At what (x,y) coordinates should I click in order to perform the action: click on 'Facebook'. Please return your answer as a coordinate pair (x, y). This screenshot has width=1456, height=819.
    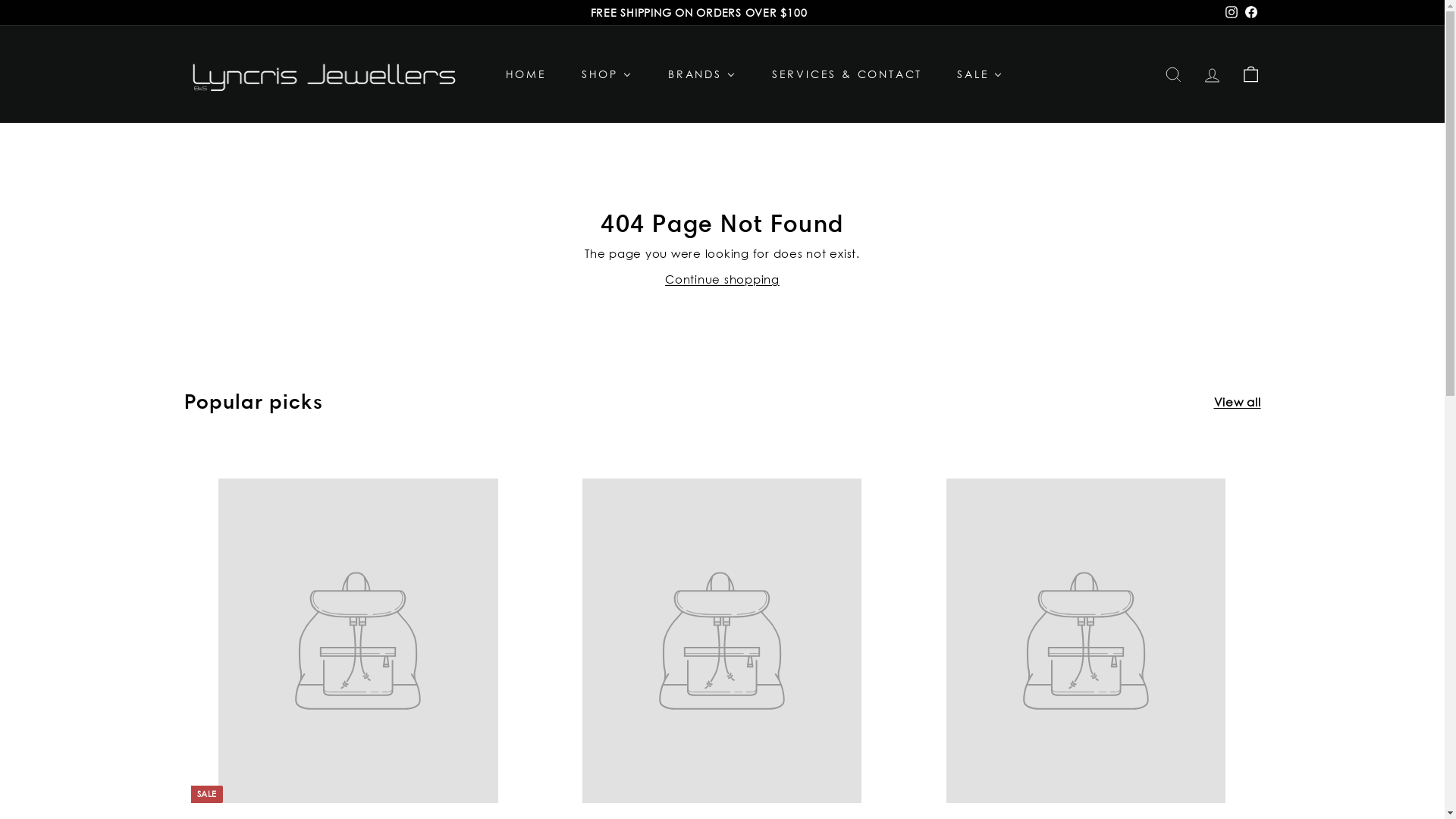
    Looking at the image, I should click on (1250, 12).